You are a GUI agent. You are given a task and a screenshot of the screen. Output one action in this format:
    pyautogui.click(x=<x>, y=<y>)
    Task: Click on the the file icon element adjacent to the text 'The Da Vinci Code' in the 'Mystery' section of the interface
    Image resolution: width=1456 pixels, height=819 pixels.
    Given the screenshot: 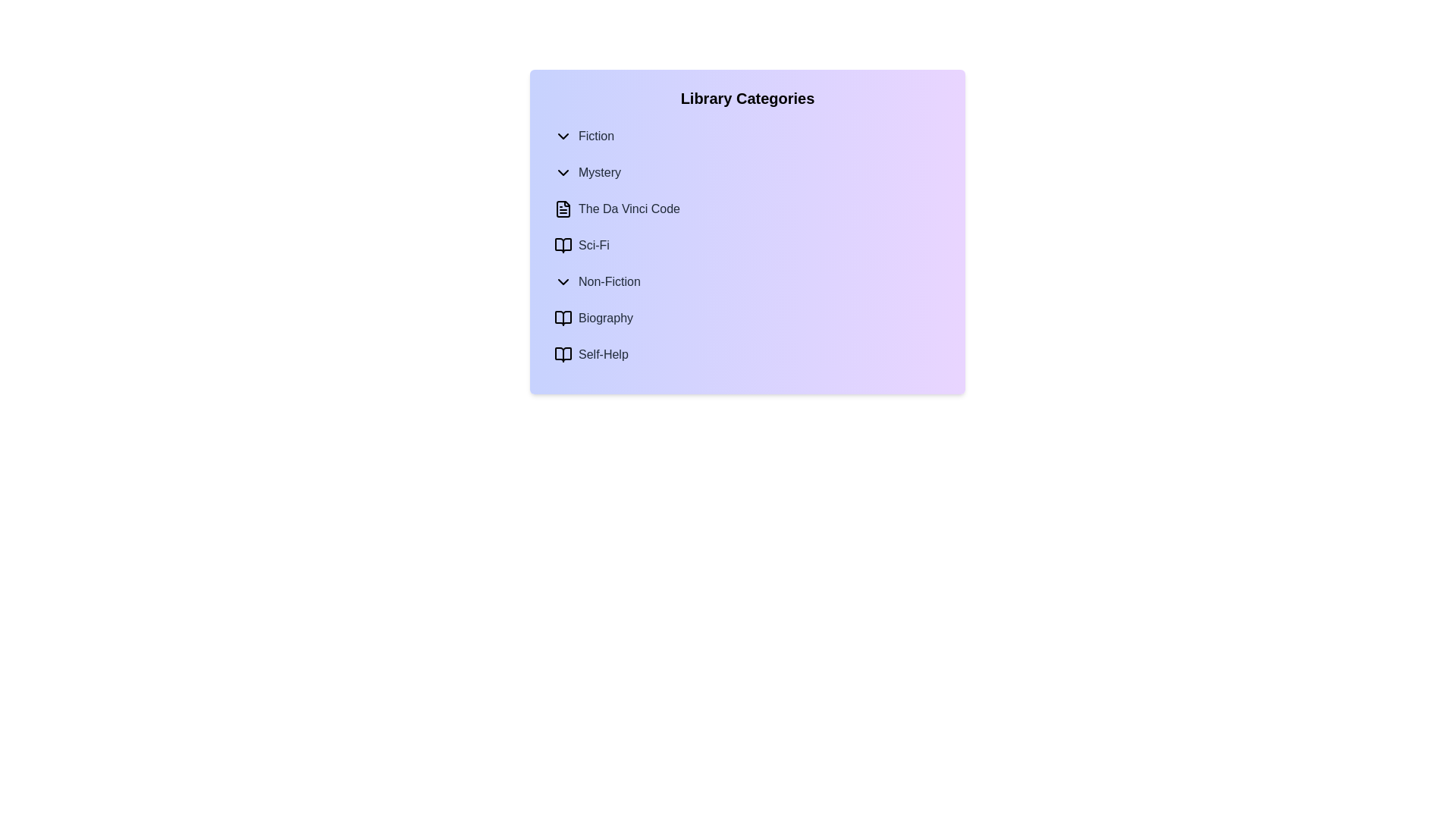 What is the action you would take?
    pyautogui.click(x=563, y=209)
    